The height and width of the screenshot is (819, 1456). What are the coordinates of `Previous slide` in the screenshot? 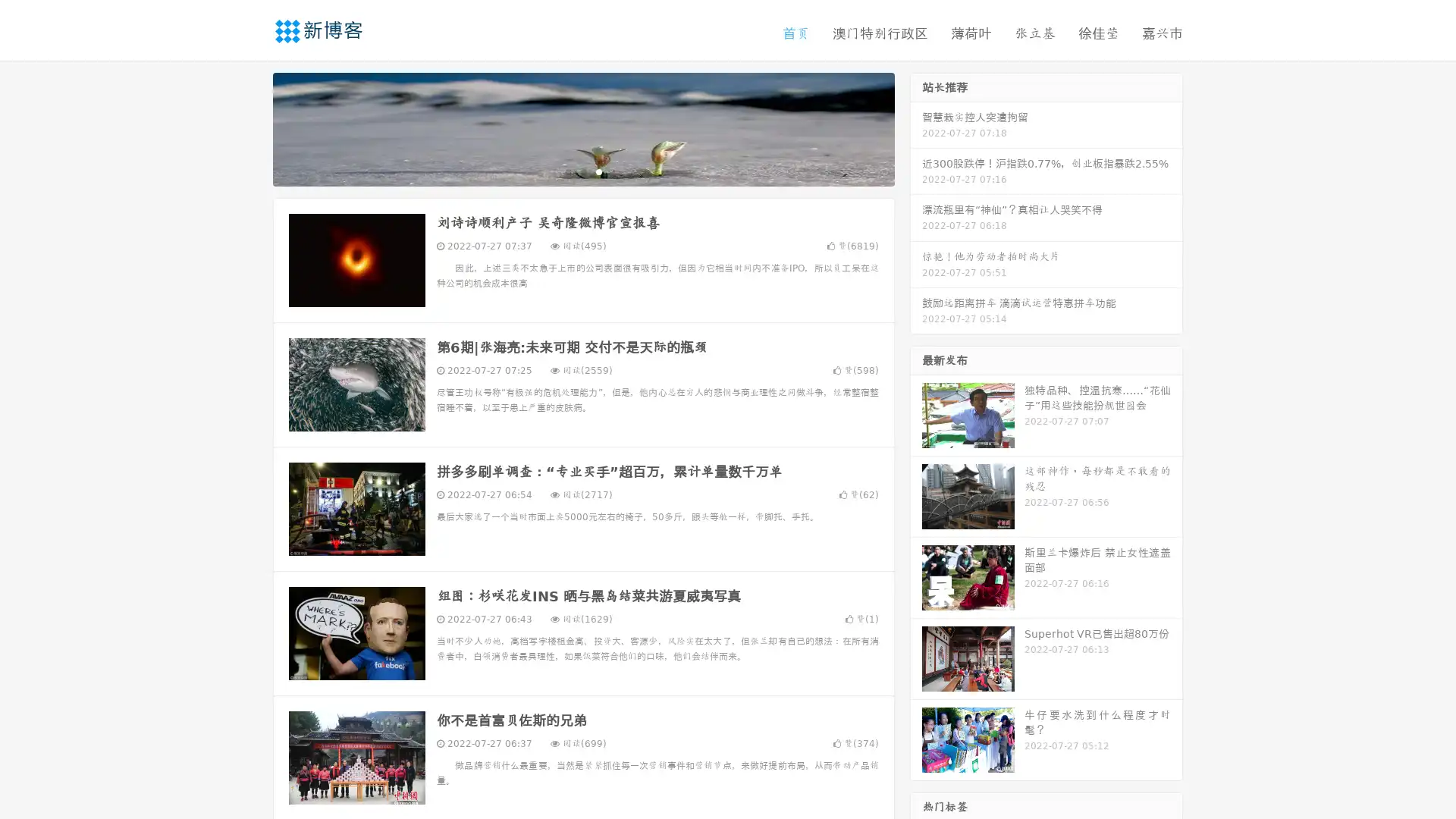 It's located at (250, 127).